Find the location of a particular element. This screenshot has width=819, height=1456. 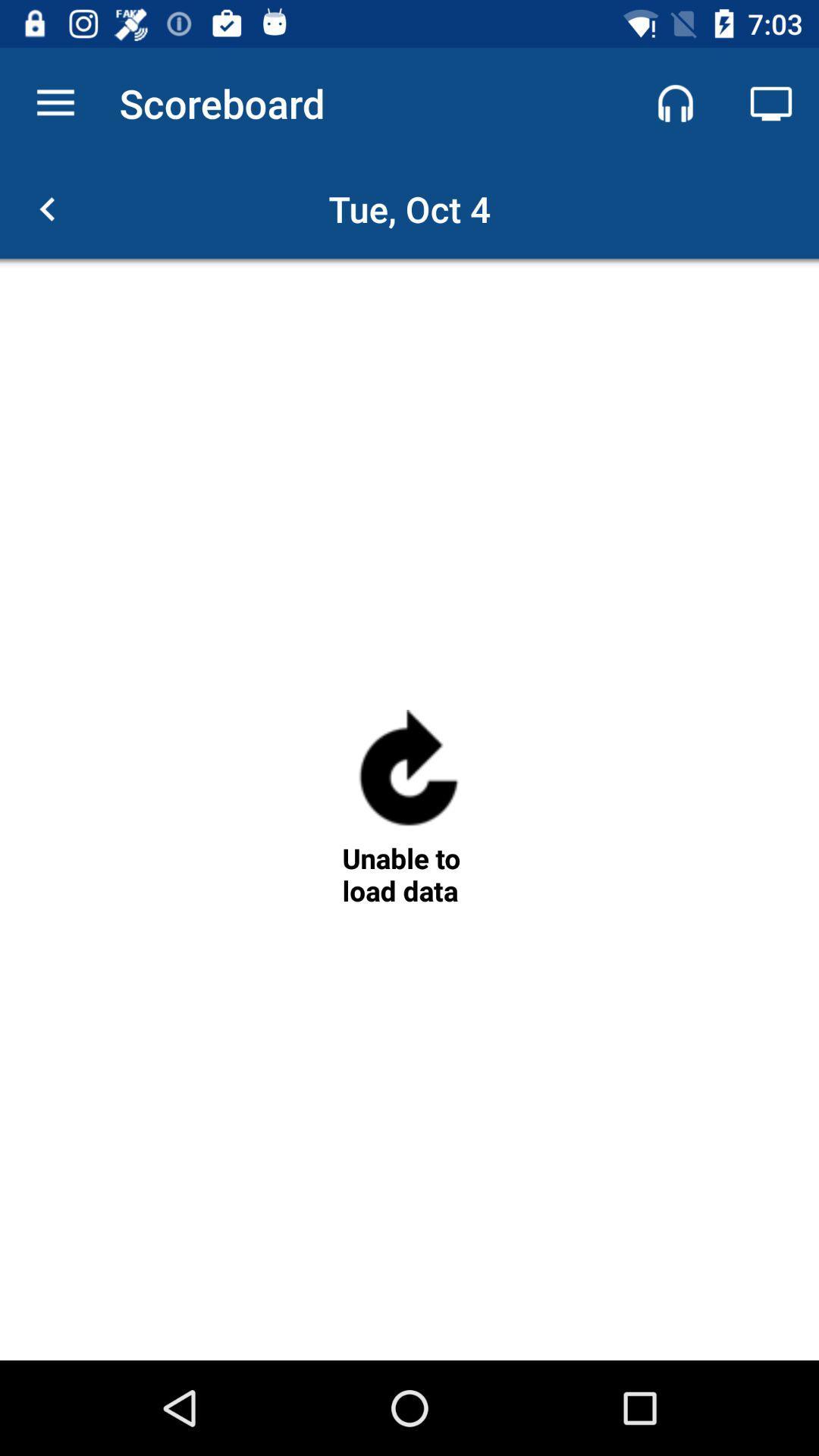

go back is located at coordinates (46, 208).